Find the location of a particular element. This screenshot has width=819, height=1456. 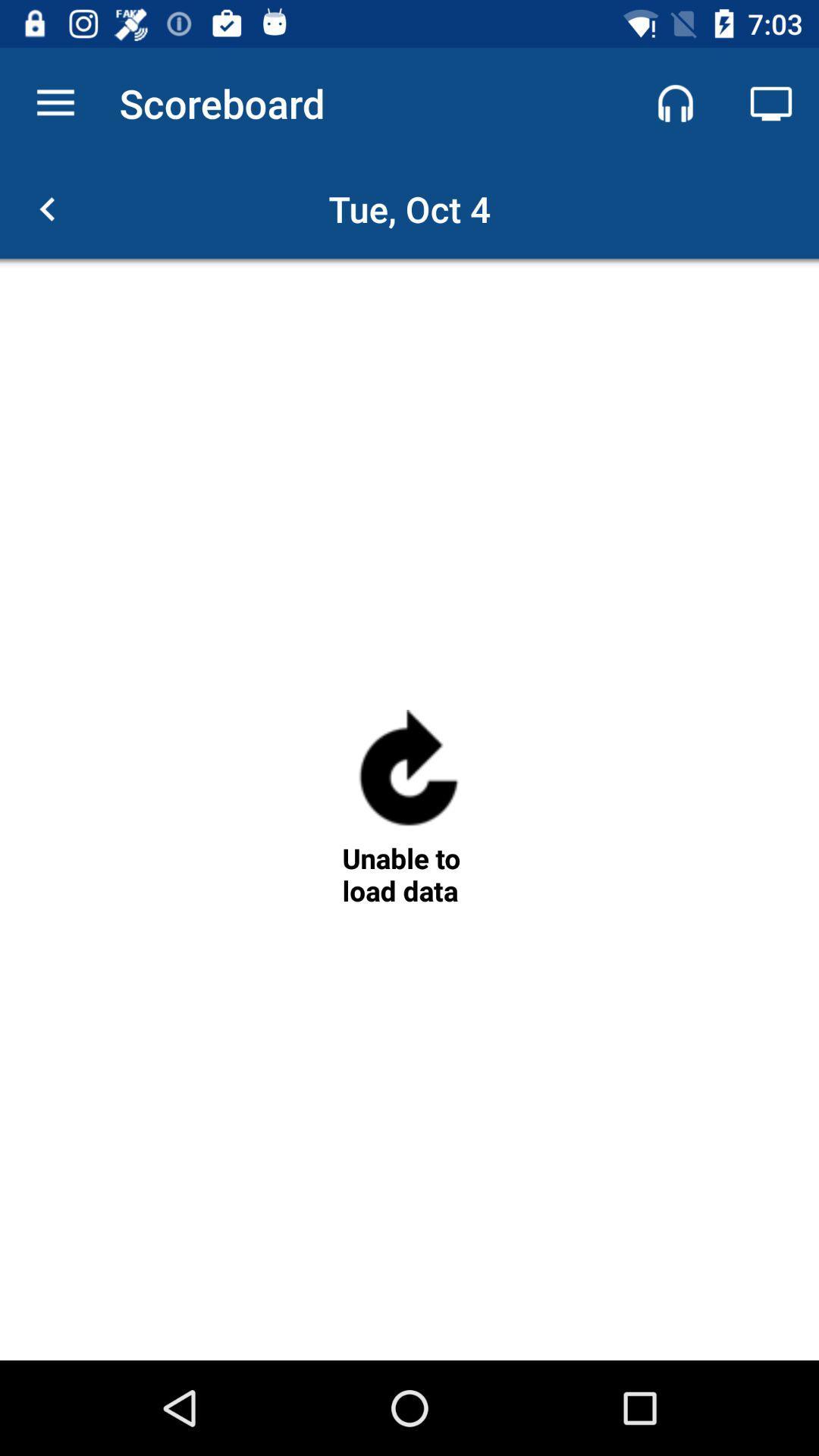

go back is located at coordinates (46, 208).